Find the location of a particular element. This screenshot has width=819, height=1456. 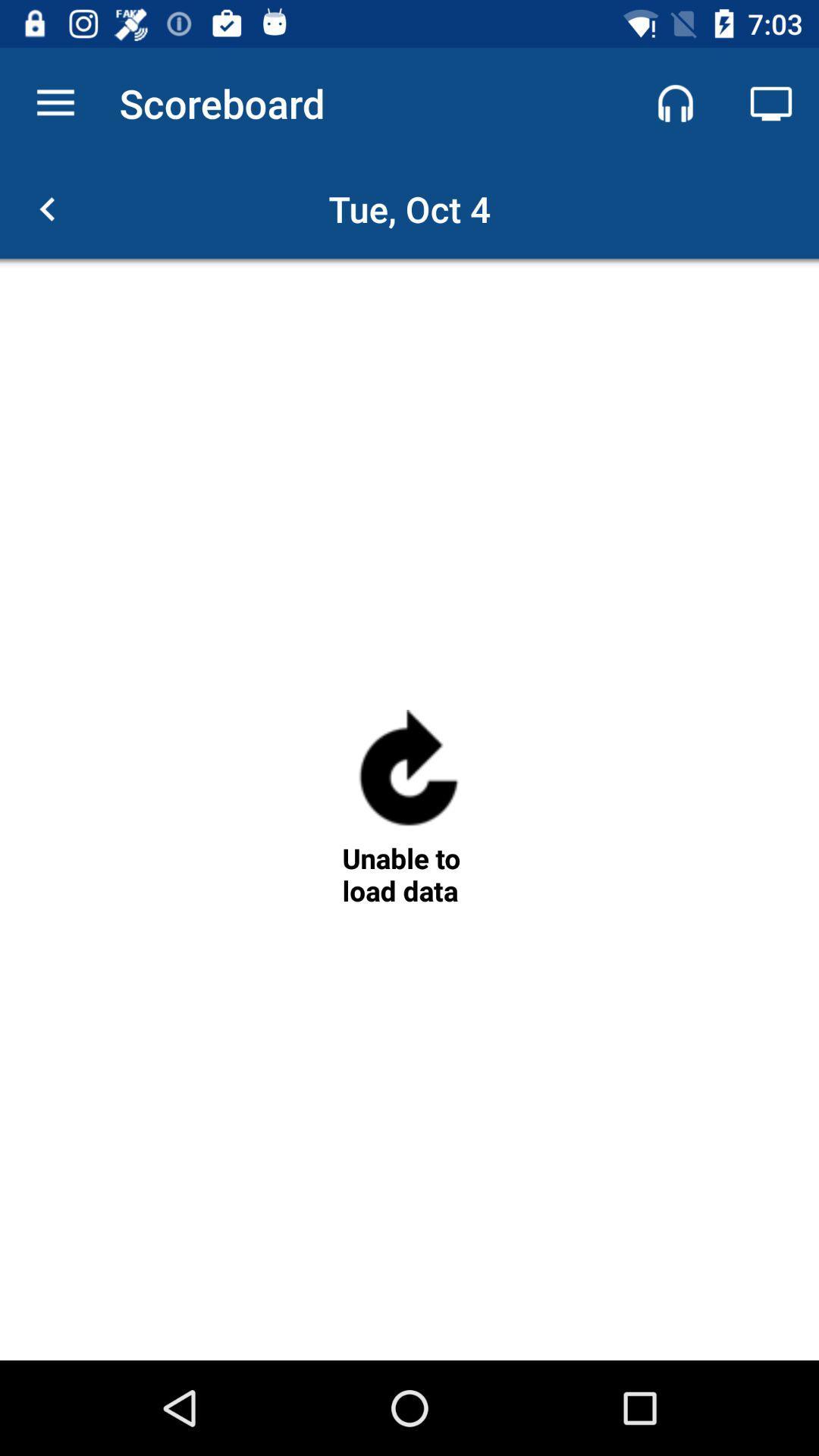

go back is located at coordinates (46, 208).